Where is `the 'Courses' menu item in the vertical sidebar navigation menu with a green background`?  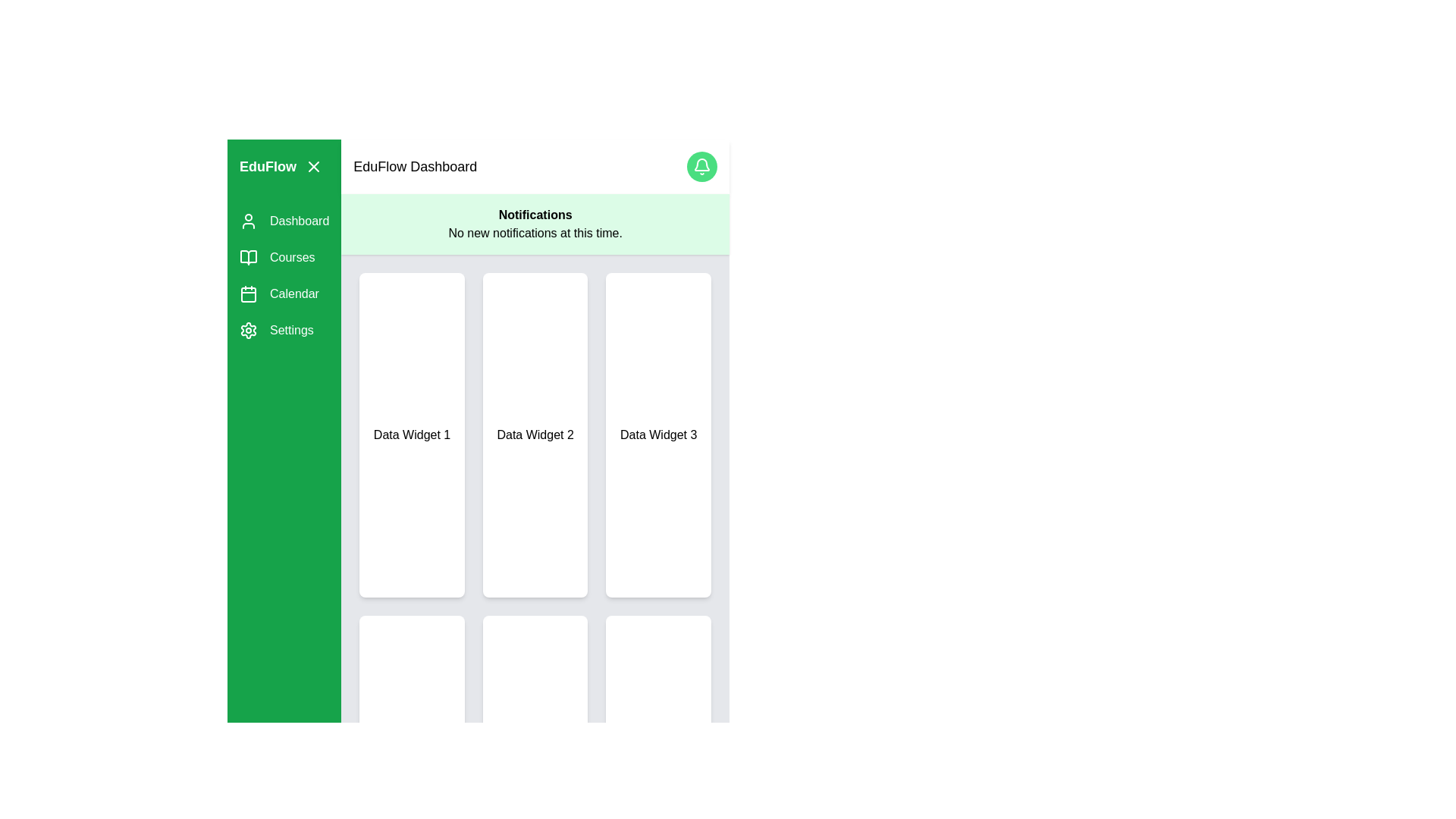 the 'Courses' menu item in the vertical sidebar navigation menu with a green background is located at coordinates (284, 275).